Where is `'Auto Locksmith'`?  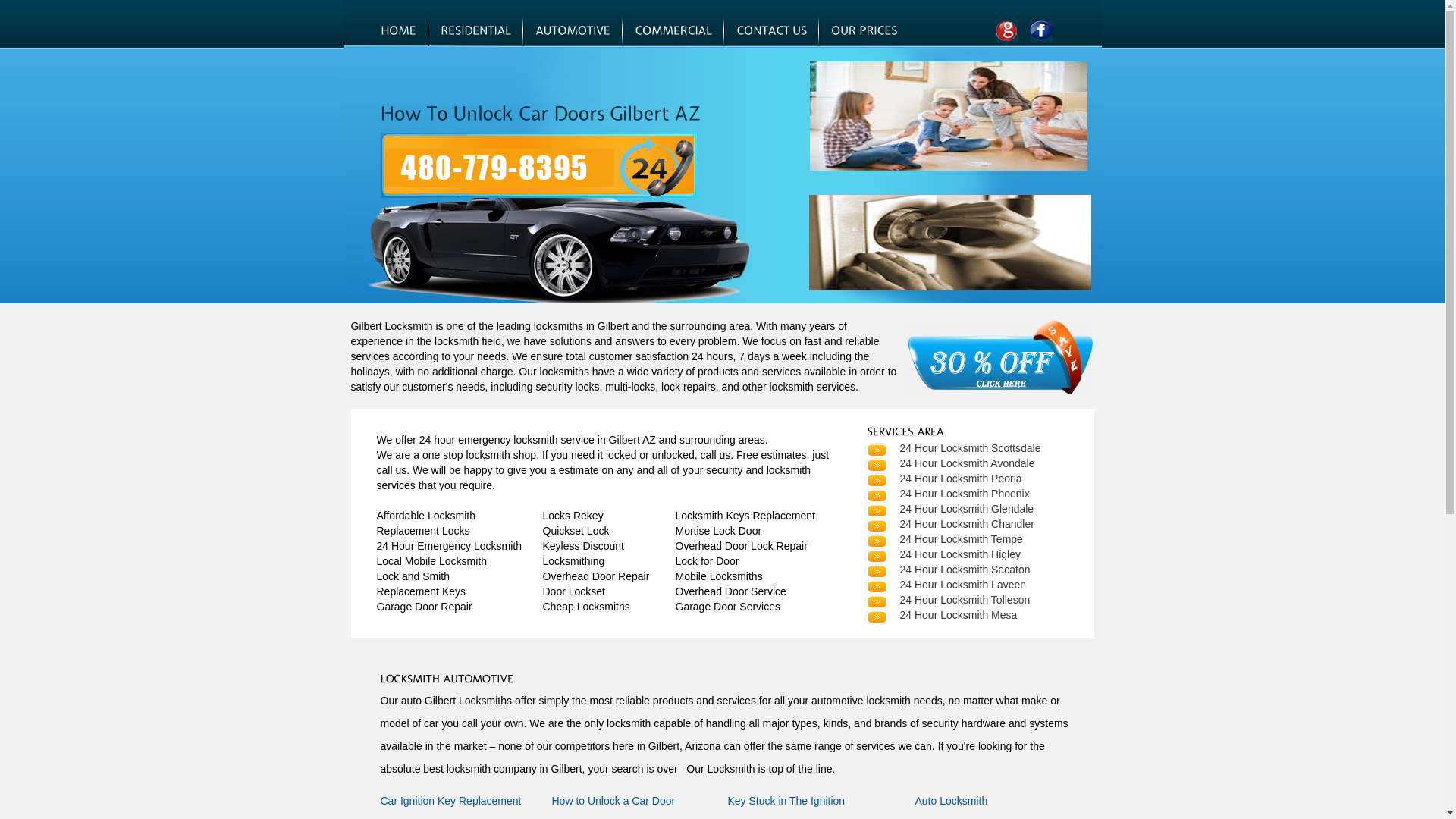
'Auto Locksmith' is located at coordinates (949, 800).